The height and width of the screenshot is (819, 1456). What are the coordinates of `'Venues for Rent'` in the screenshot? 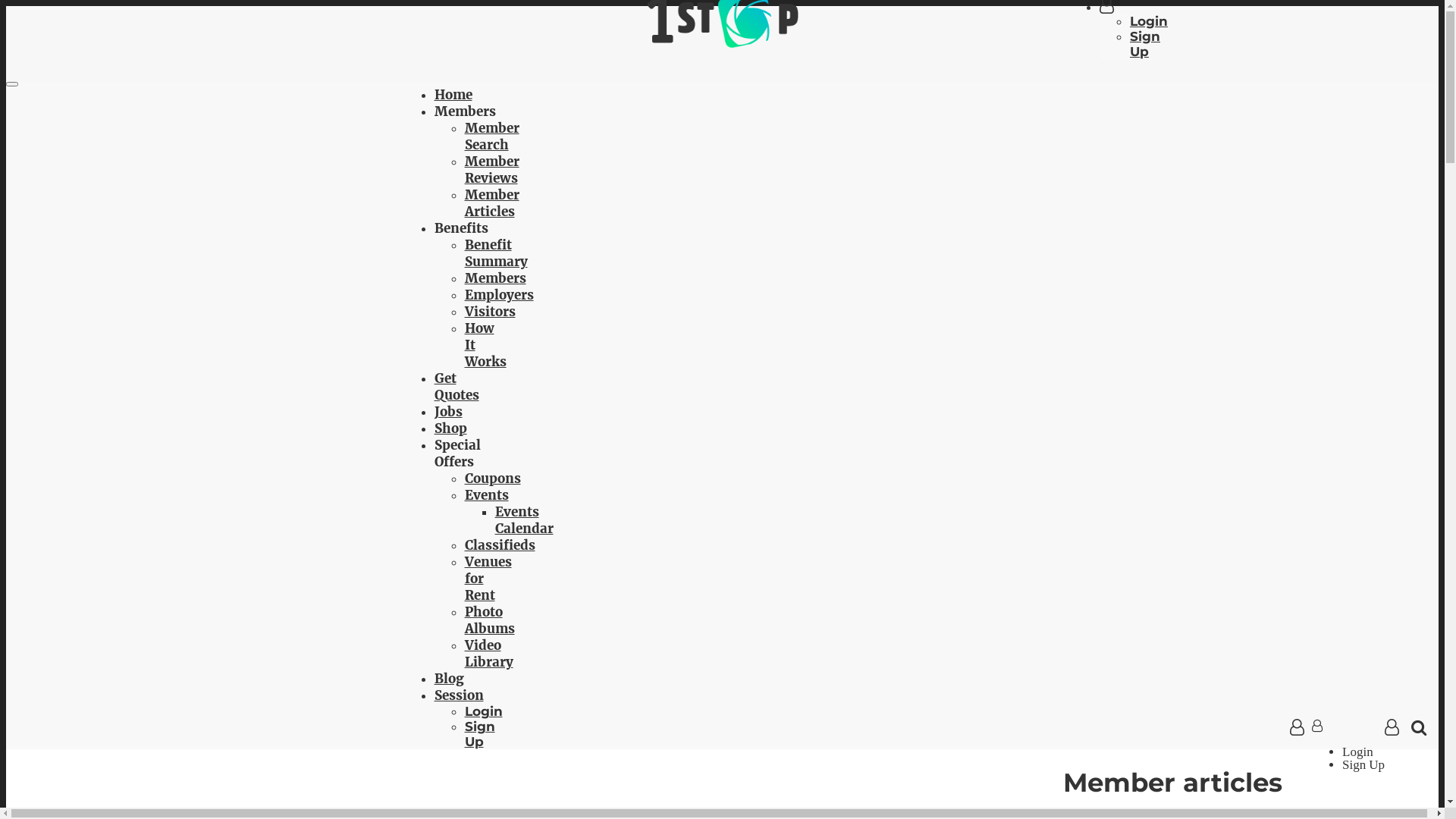 It's located at (463, 579).